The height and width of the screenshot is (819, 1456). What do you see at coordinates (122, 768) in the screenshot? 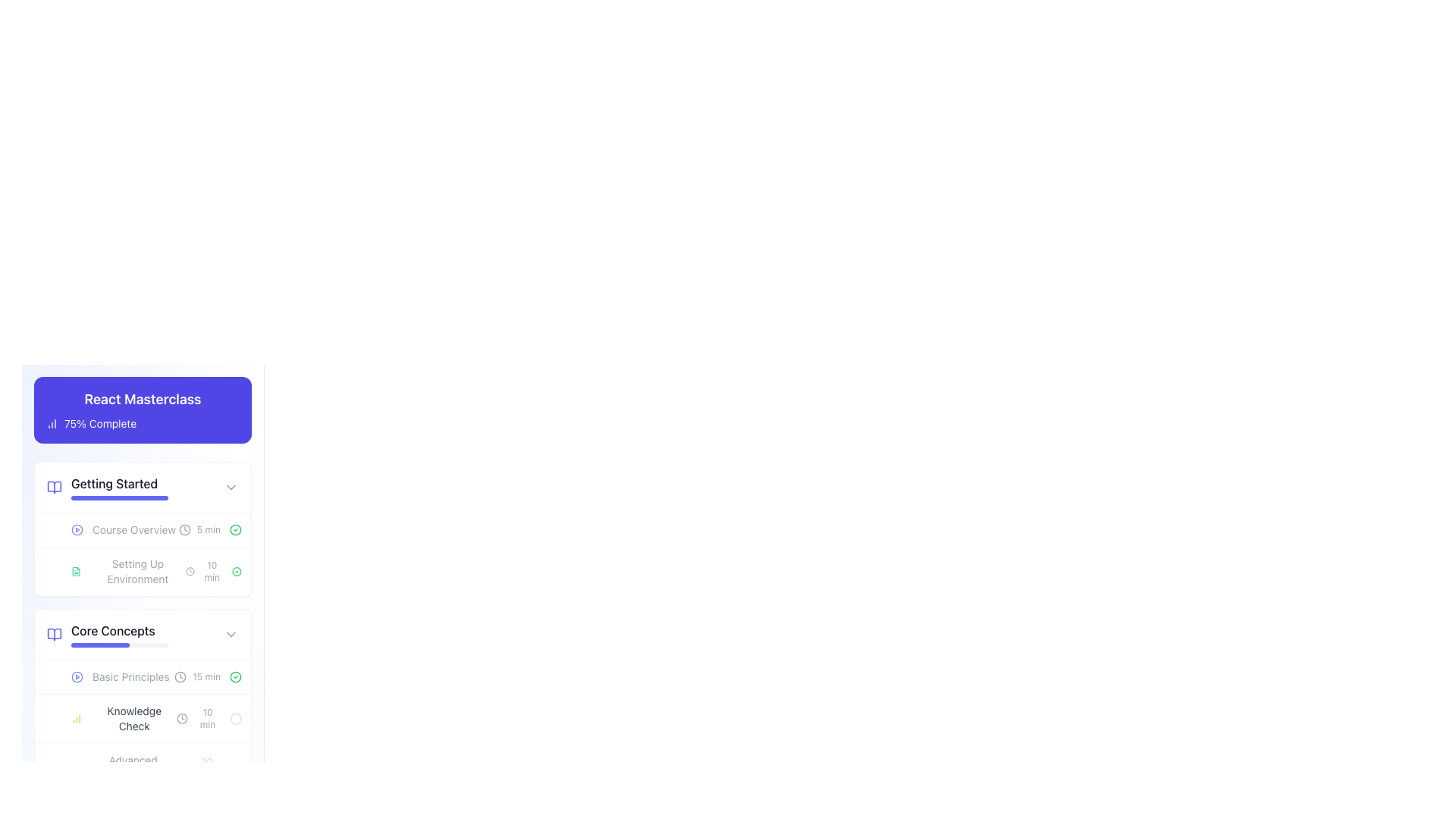
I see `the 'Advanced Topics' text label with accompanying play icon` at bounding box center [122, 768].